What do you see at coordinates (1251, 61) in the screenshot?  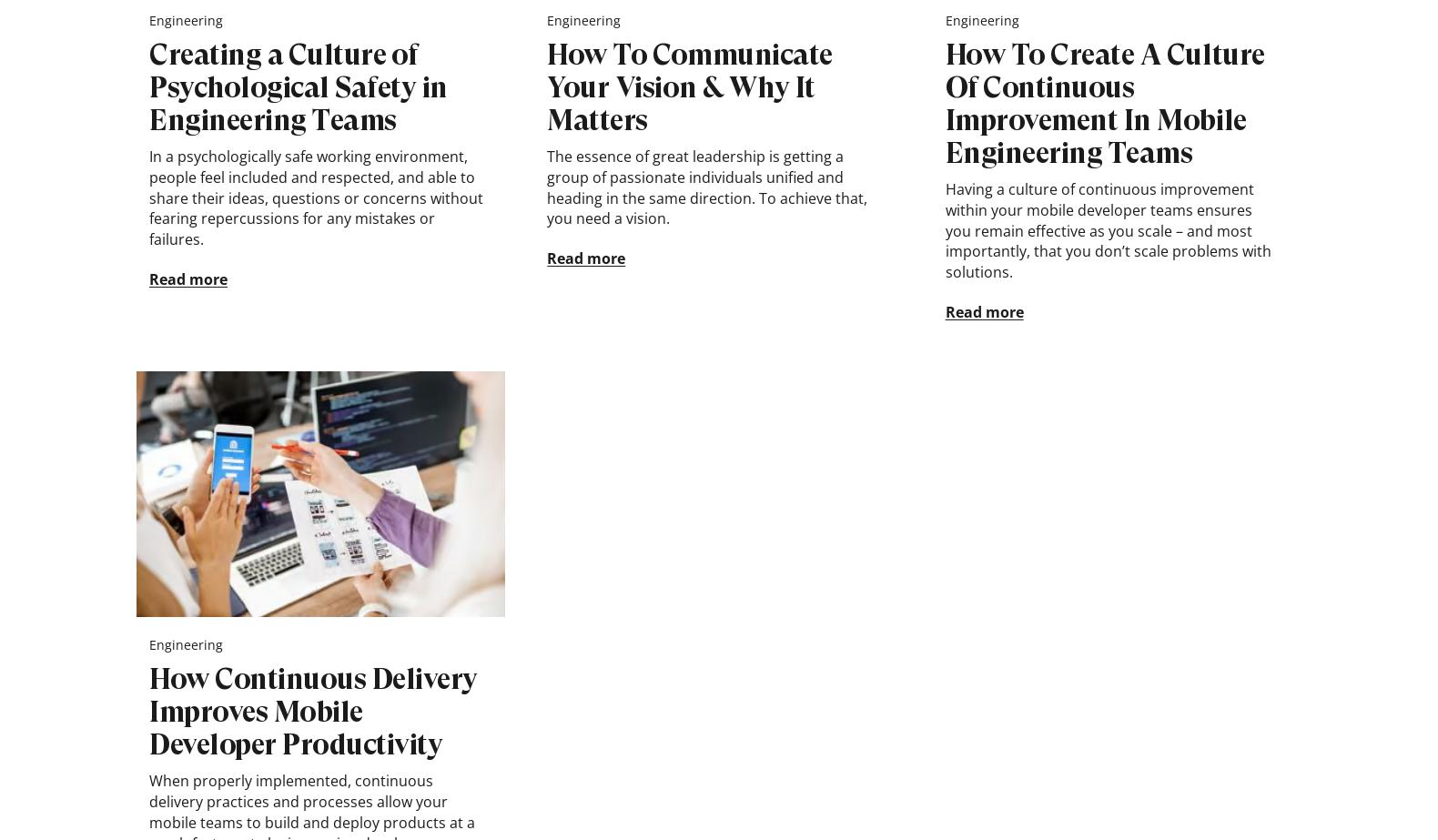 I see `'of pages tested'` at bounding box center [1251, 61].